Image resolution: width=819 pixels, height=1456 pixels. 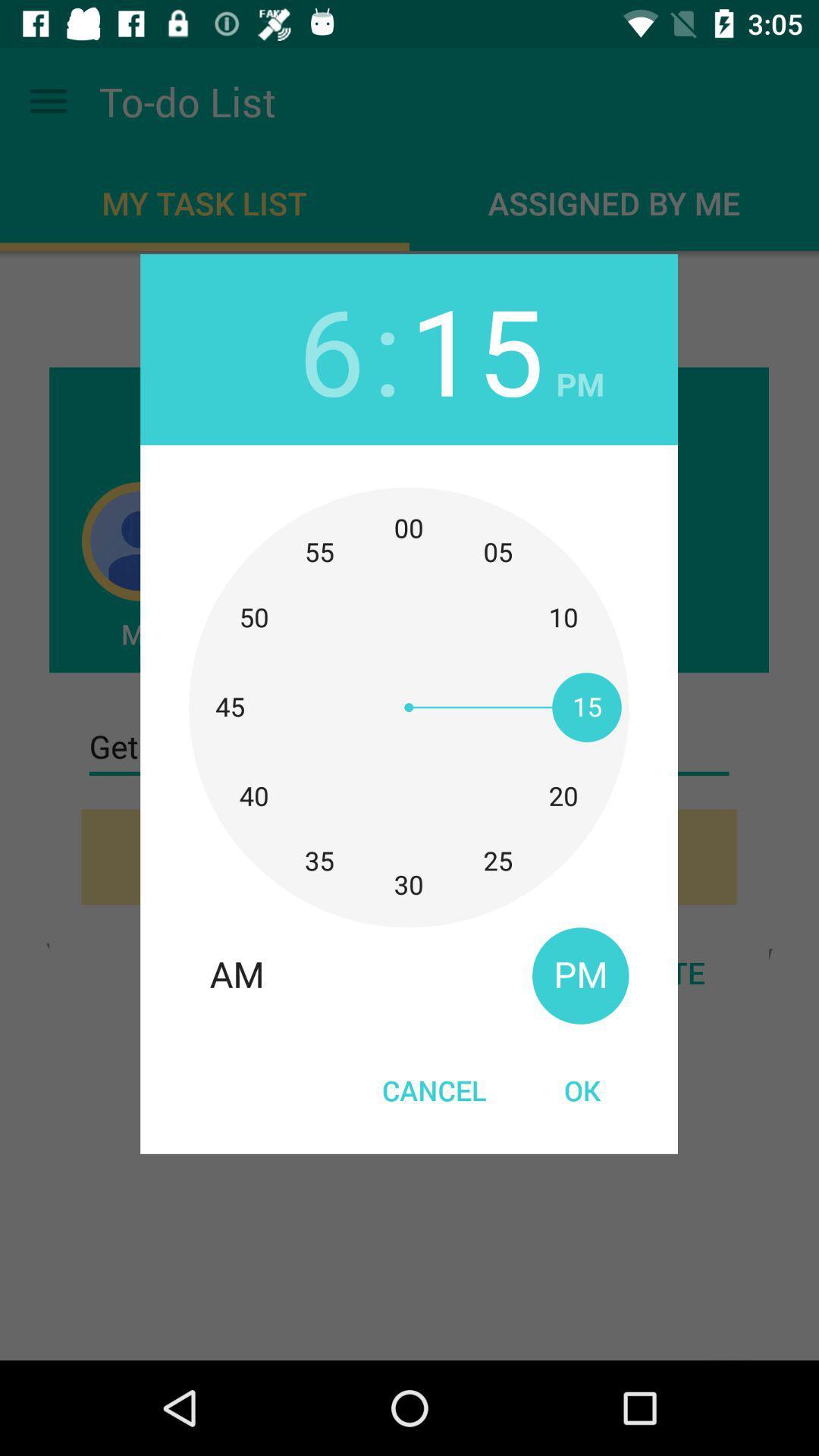 I want to click on item to the left of the :, so click(x=331, y=348).